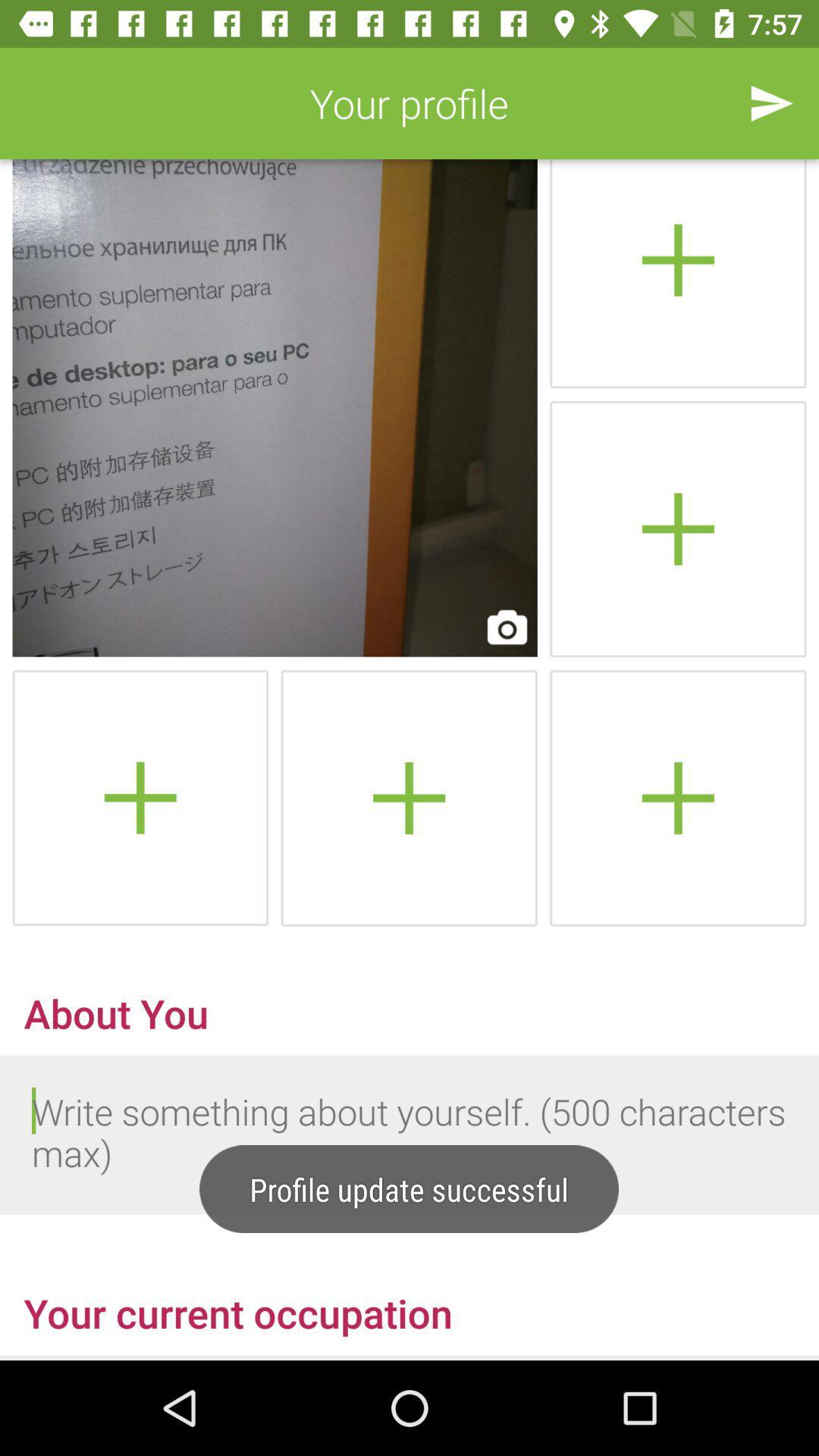 This screenshot has height=1456, width=819. I want to click on about you section, so click(409, 1135).